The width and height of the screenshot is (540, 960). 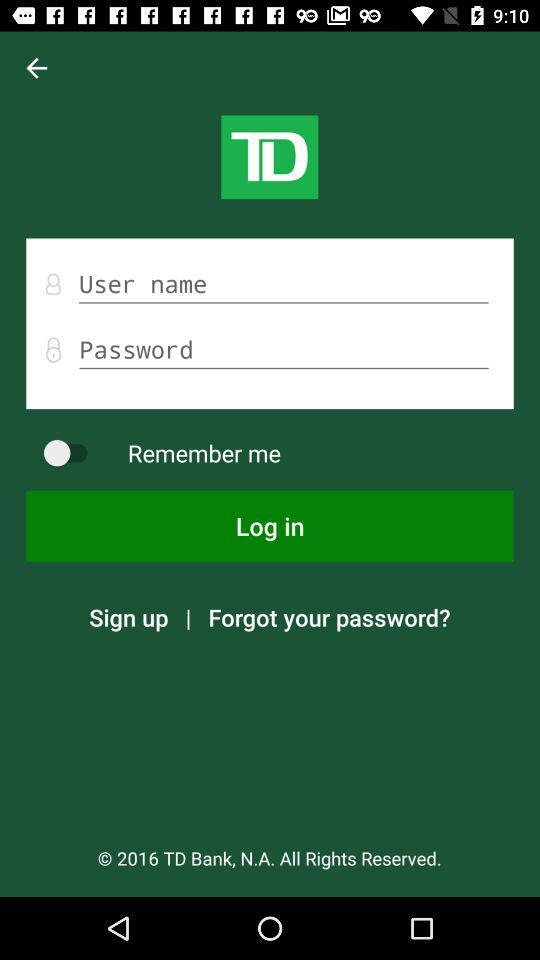 I want to click on the sign up icon, so click(x=128, y=616).